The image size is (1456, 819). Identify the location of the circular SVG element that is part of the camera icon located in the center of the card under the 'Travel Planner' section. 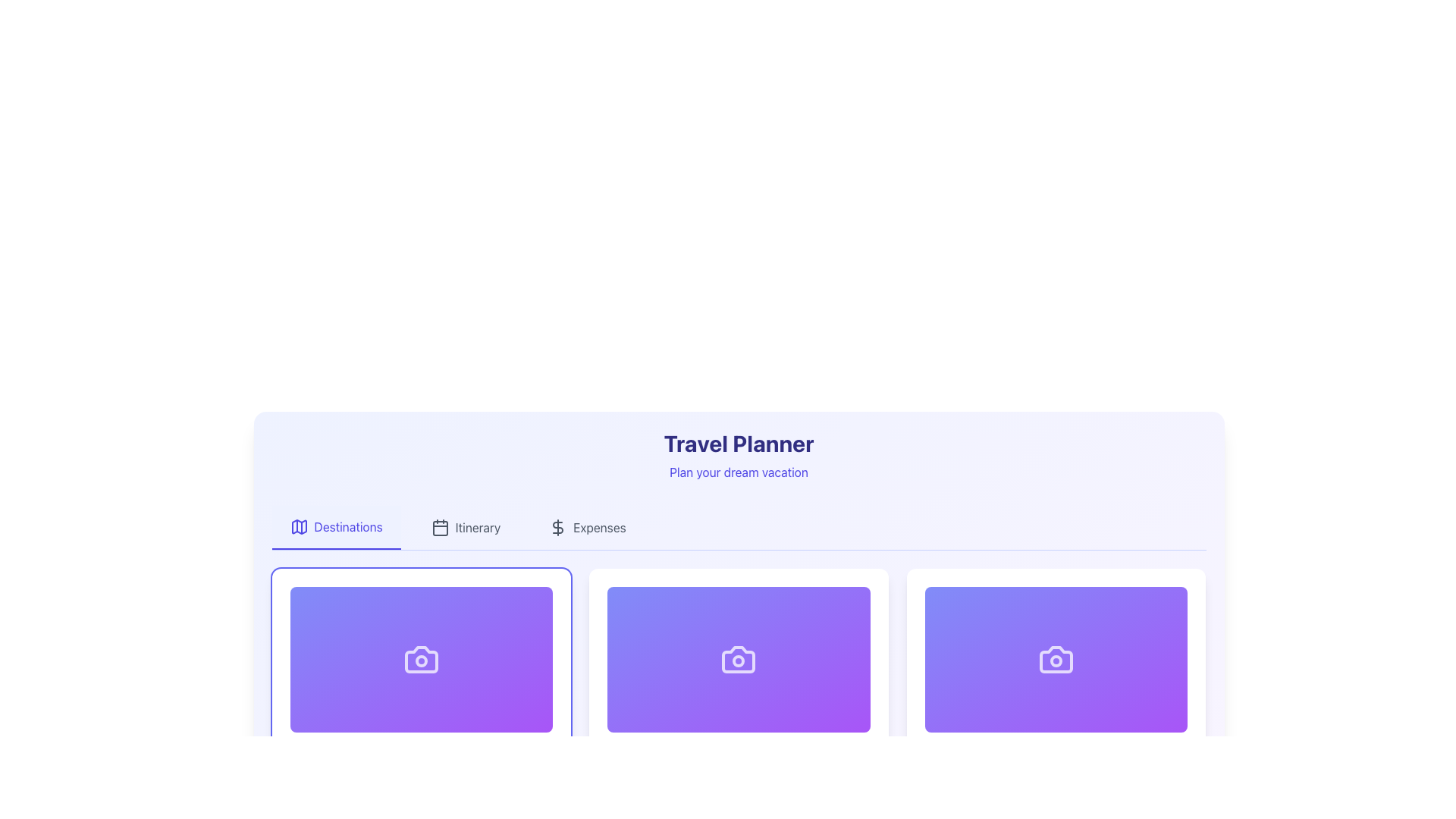
(739, 660).